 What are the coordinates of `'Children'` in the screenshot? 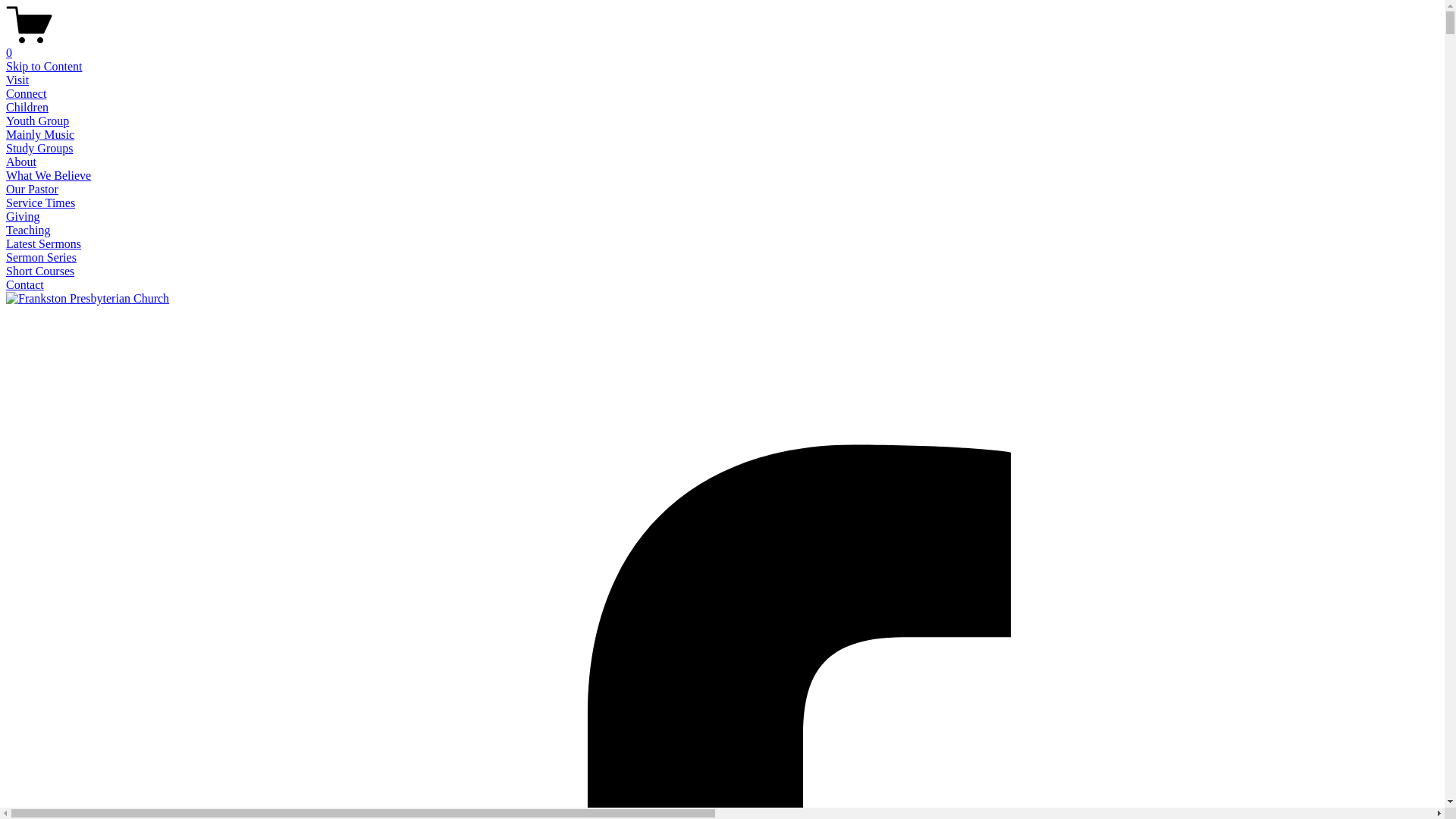 It's located at (27, 106).